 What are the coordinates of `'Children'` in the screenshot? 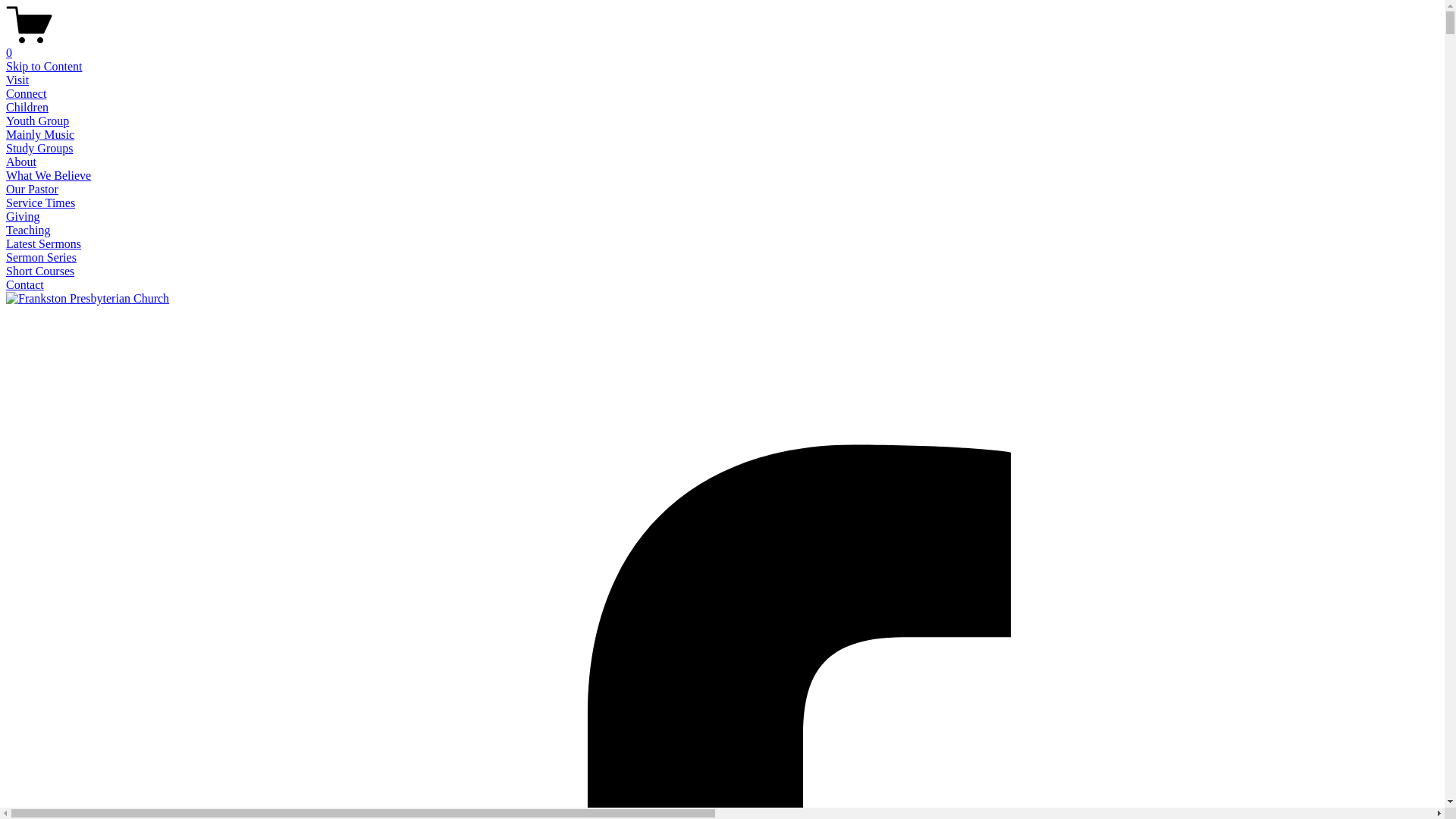 It's located at (27, 106).